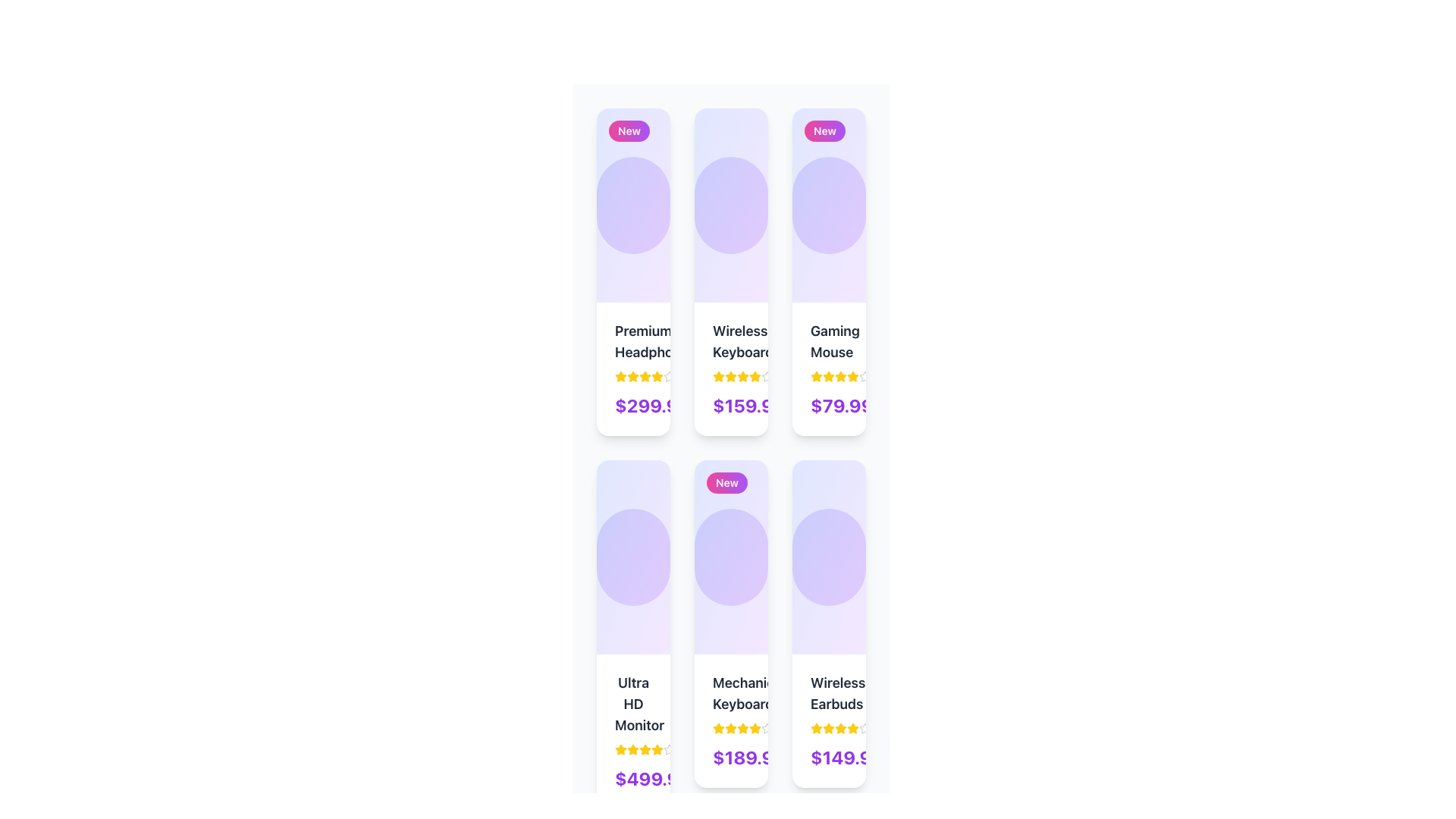 The image size is (1456, 819). What do you see at coordinates (852, 376) in the screenshot?
I see `the sixth star icon, which is filled with a bright yellow color, indicating a rating feature within the product card layout` at bounding box center [852, 376].